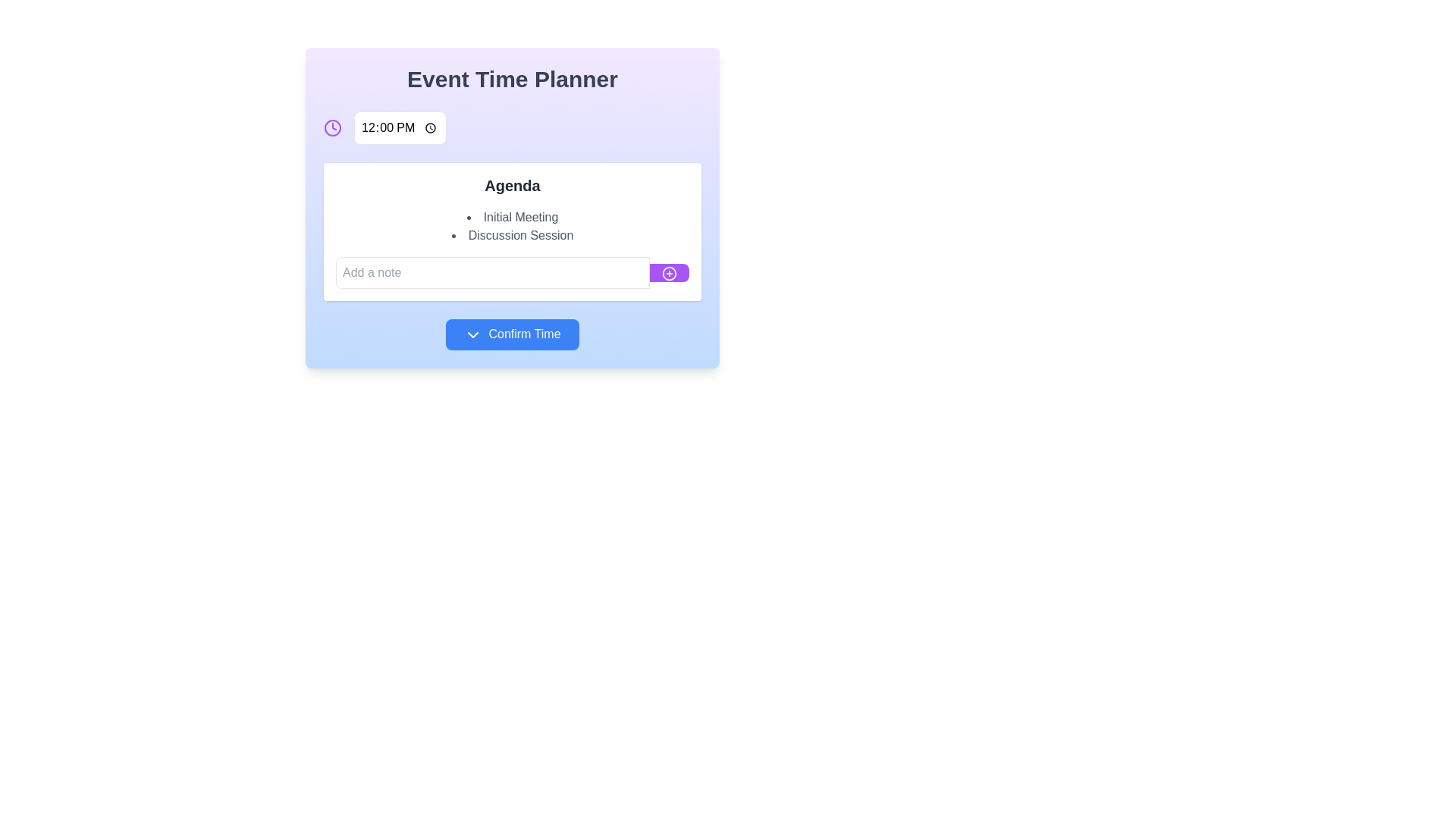  Describe the element at coordinates (513, 227) in the screenshot. I see `the bullet point list located below the 'Agenda' title in the 'Event Time Planner' section to use context and understand the event agenda` at that location.